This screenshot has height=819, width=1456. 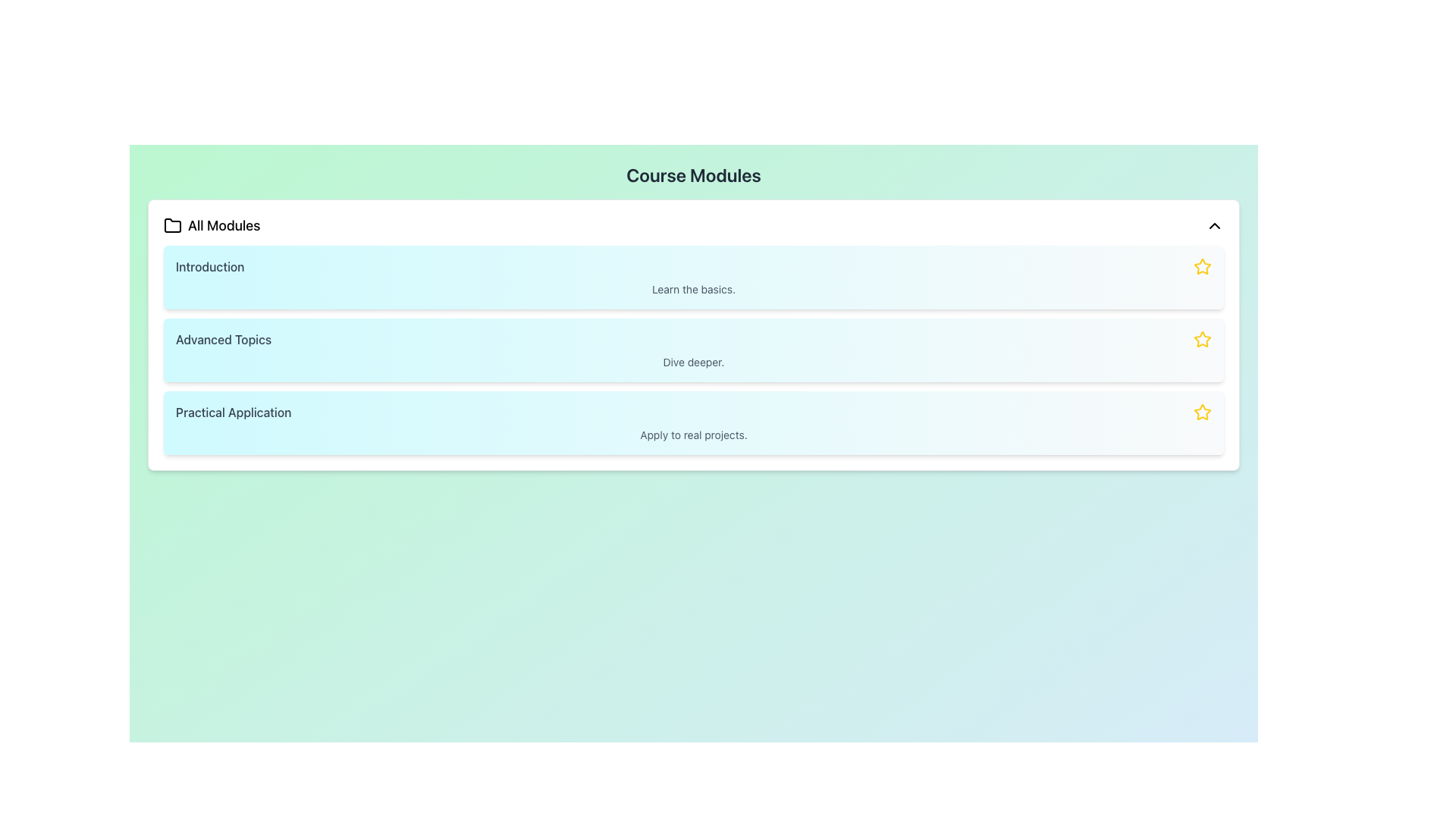 What do you see at coordinates (1201, 338) in the screenshot?
I see `the yellow star icon associated with the third item in the 'Practical Application' list` at bounding box center [1201, 338].